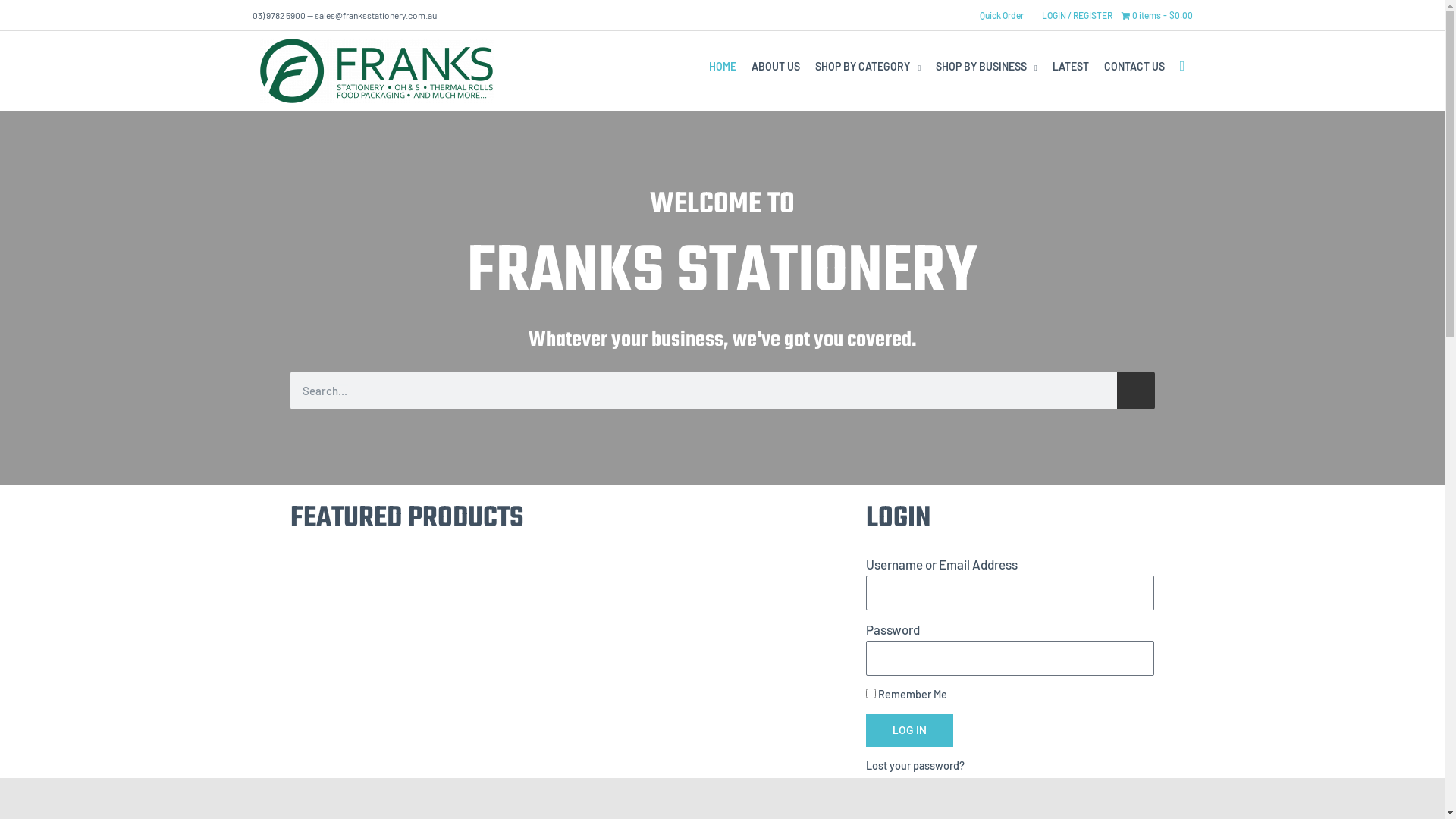 The width and height of the screenshot is (1456, 819). Describe the element at coordinates (909, 730) in the screenshot. I see `'LOG IN'` at that location.